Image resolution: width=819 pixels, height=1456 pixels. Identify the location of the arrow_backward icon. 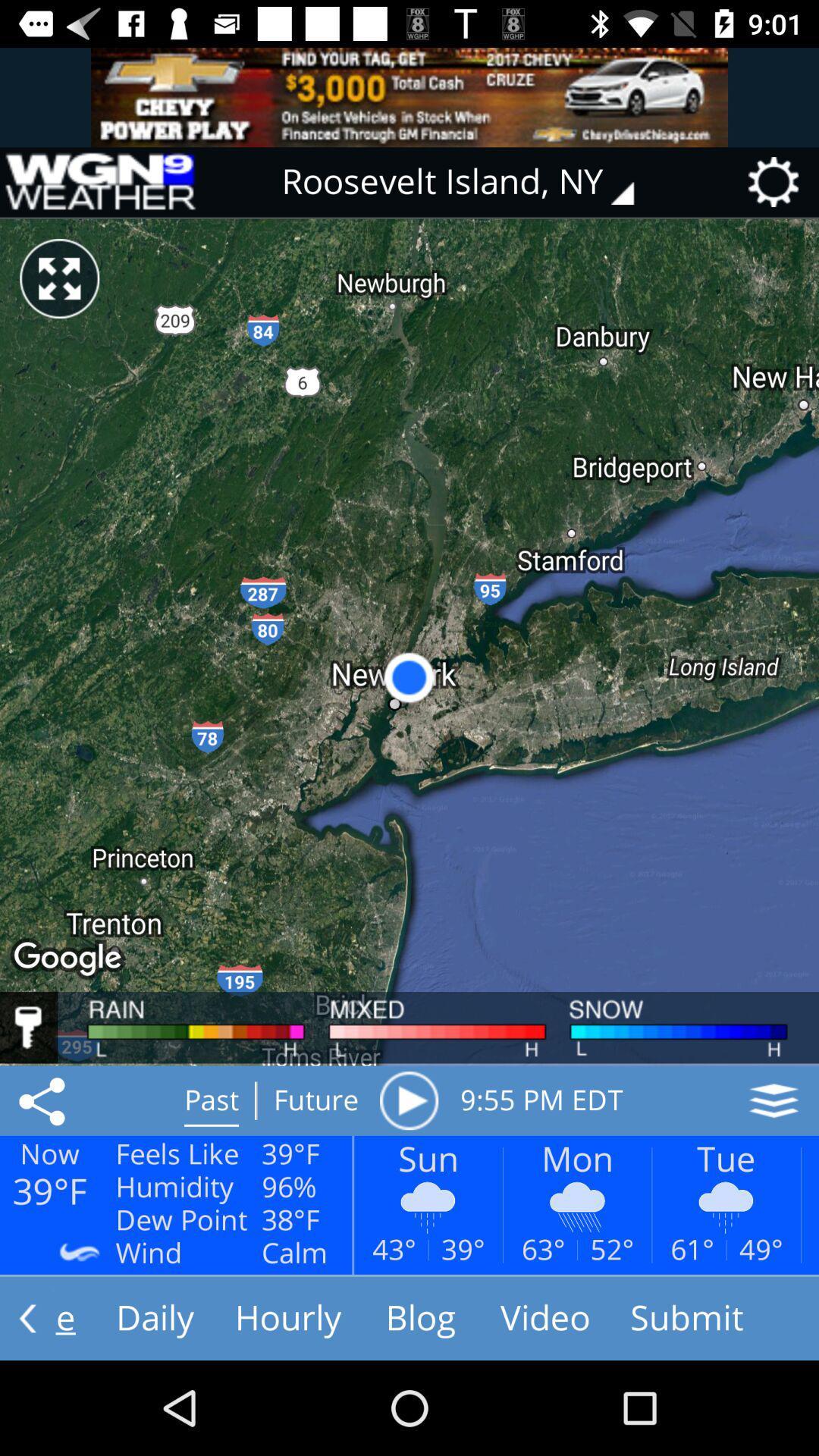
(27, 1317).